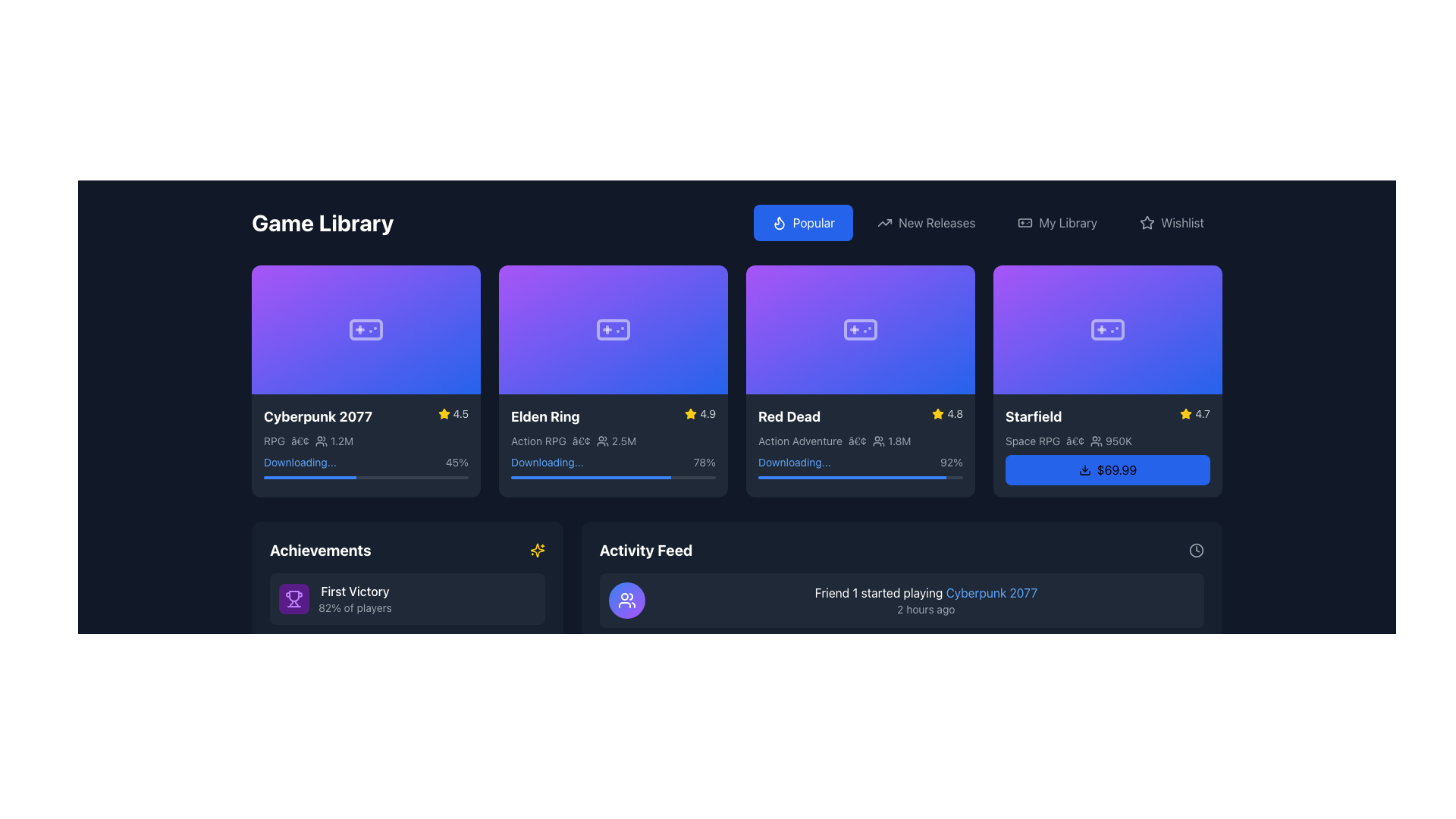 The width and height of the screenshot is (1456, 819). What do you see at coordinates (1196, 550) in the screenshot?
I see `the circular clock icon with a gray stroke located at the far right of the 'Activity Feed' section header` at bounding box center [1196, 550].